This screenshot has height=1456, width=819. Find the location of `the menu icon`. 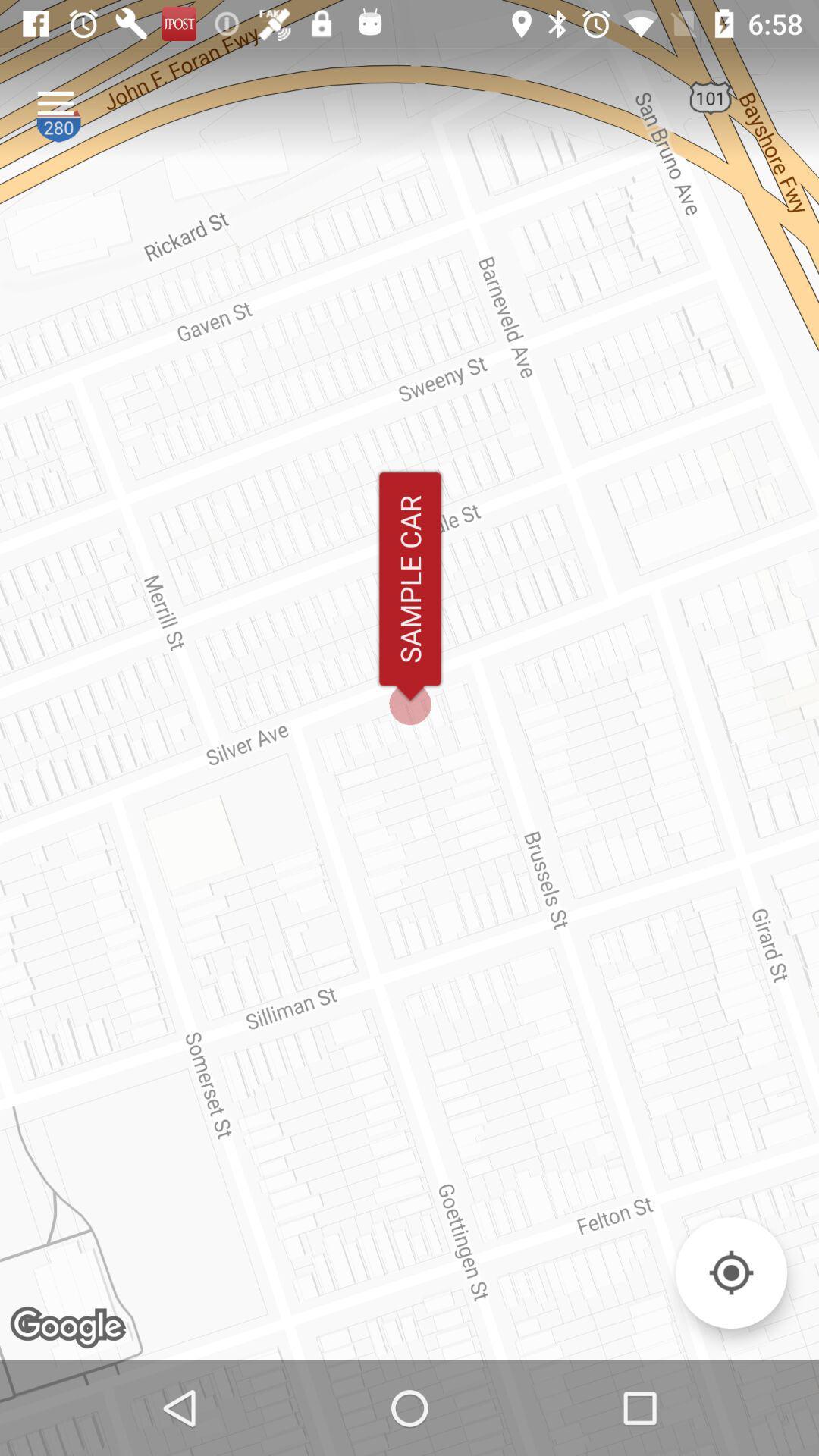

the menu icon is located at coordinates (55, 102).